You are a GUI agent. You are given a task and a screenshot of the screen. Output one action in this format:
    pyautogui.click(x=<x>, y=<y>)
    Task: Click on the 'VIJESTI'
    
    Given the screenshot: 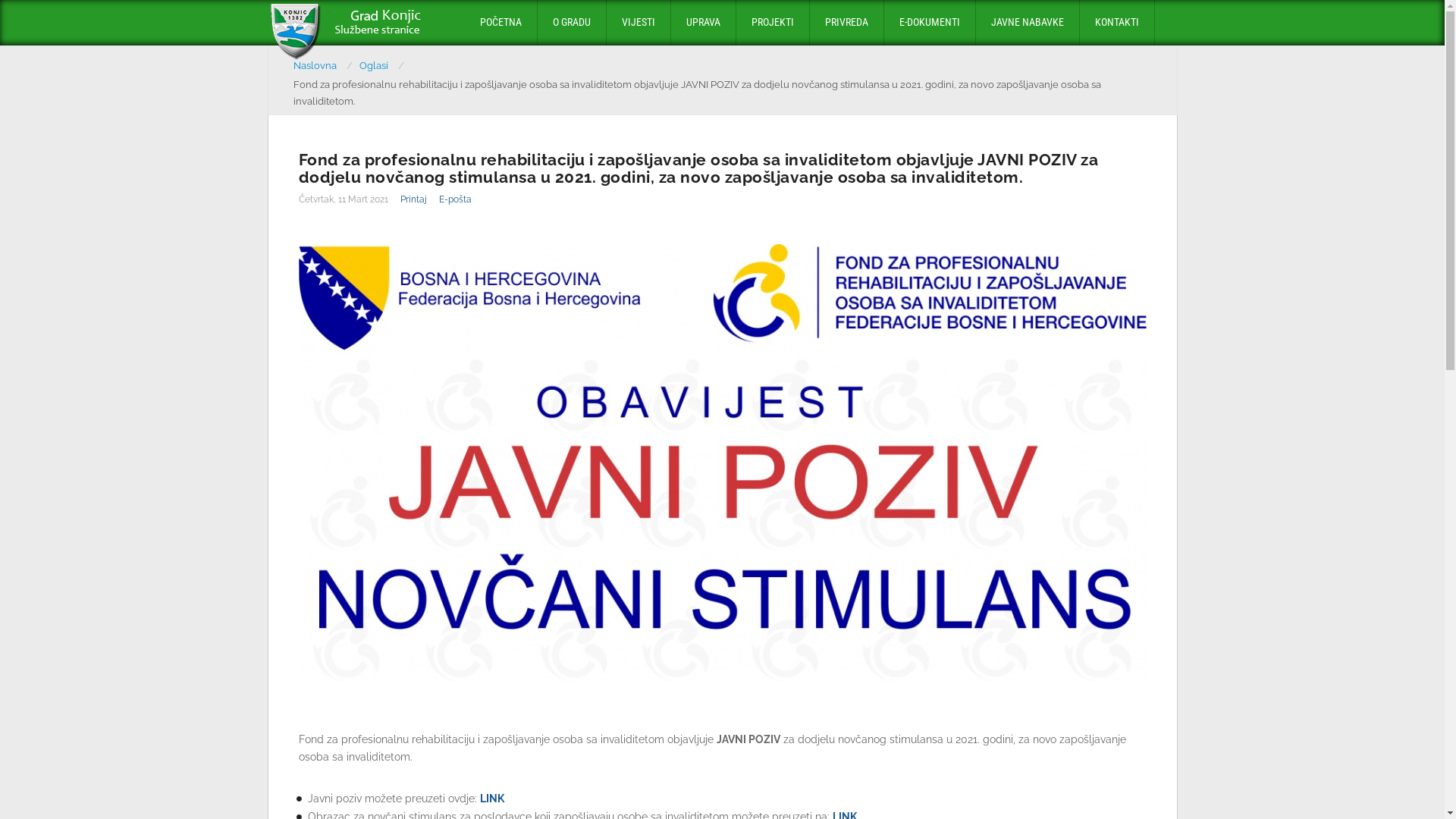 What is the action you would take?
    pyautogui.click(x=638, y=23)
    